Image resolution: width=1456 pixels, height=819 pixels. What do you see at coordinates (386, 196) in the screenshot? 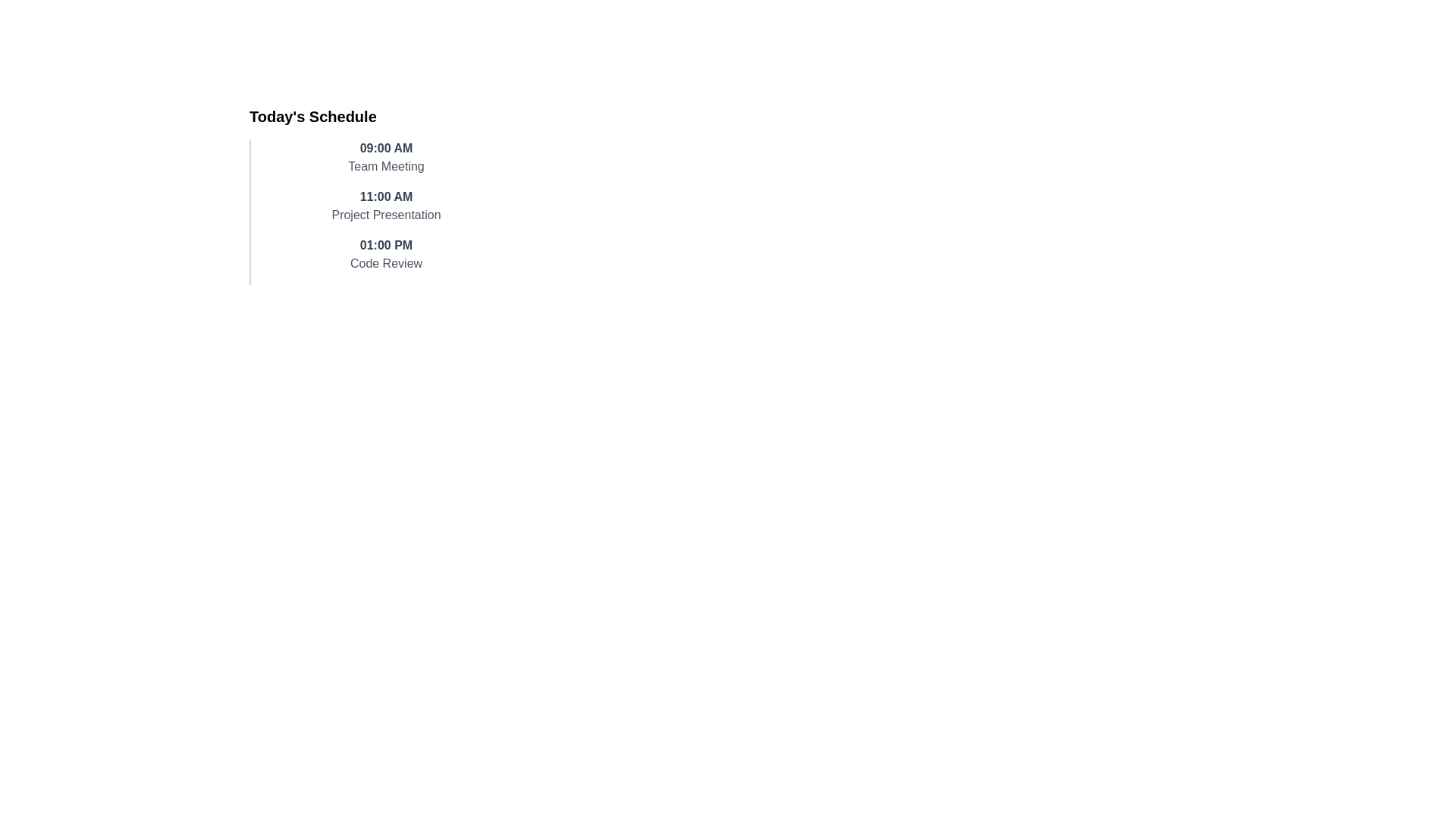
I see `the static text indicating the second time slot in the vertical schedule list, located just above the 'Project Presentation' label` at bounding box center [386, 196].